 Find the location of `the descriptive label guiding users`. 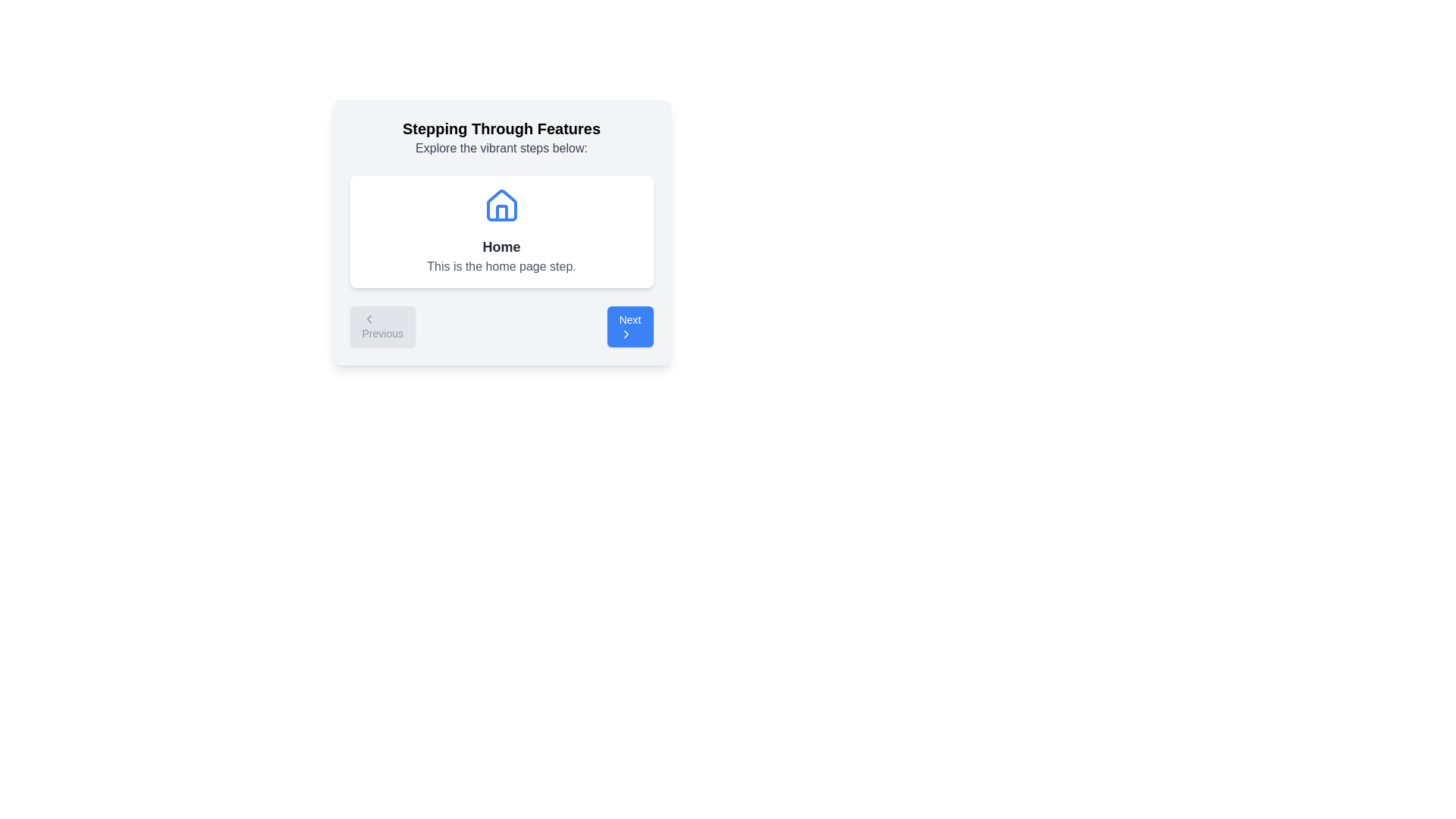

the descriptive label guiding users is located at coordinates (501, 149).